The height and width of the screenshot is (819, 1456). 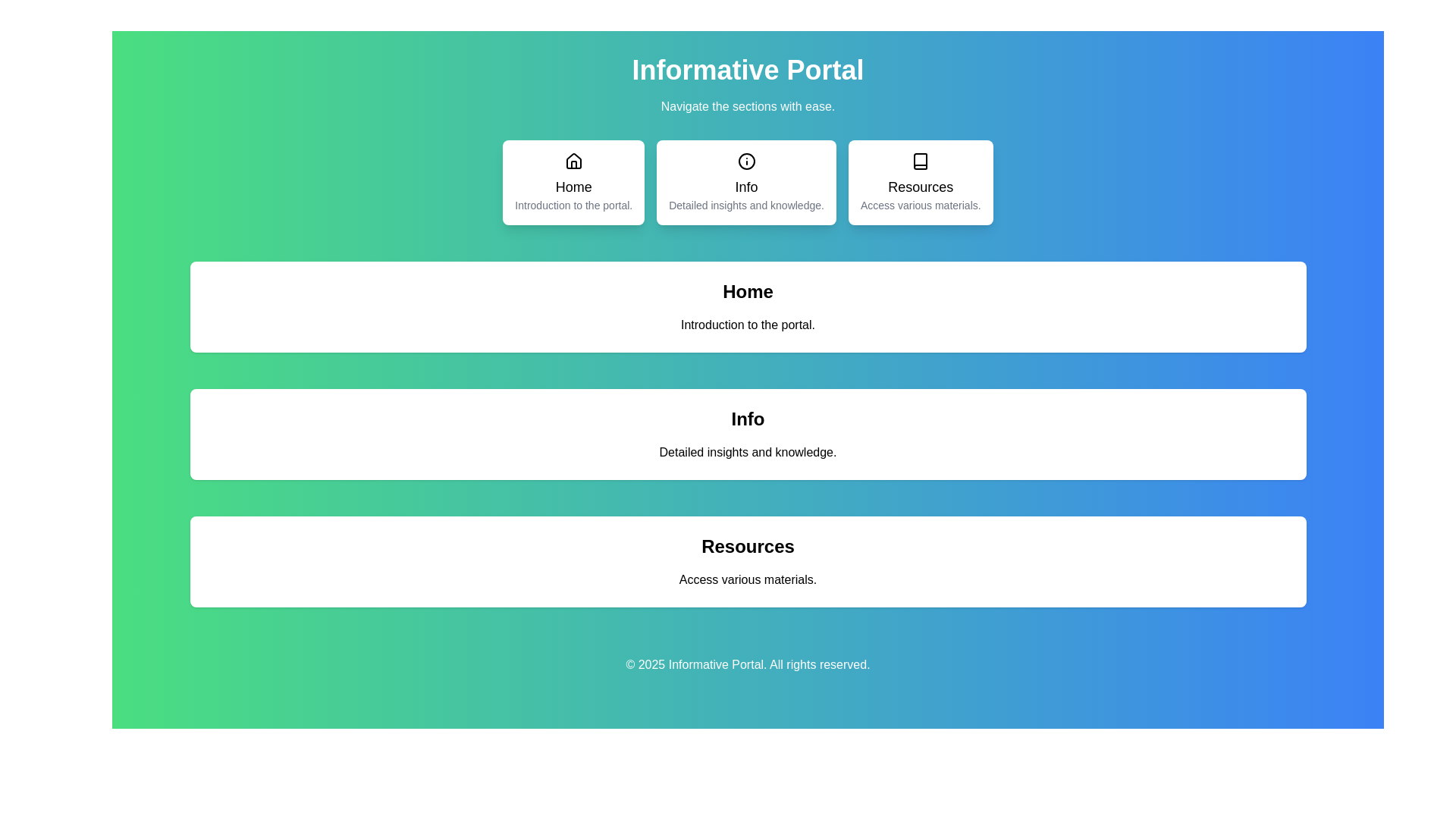 What do you see at coordinates (746, 161) in the screenshot?
I see `the circular 'i' information icon located at the center of the second card labeled 'Info' in the row of three cards at the top of the page` at bounding box center [746, 161].